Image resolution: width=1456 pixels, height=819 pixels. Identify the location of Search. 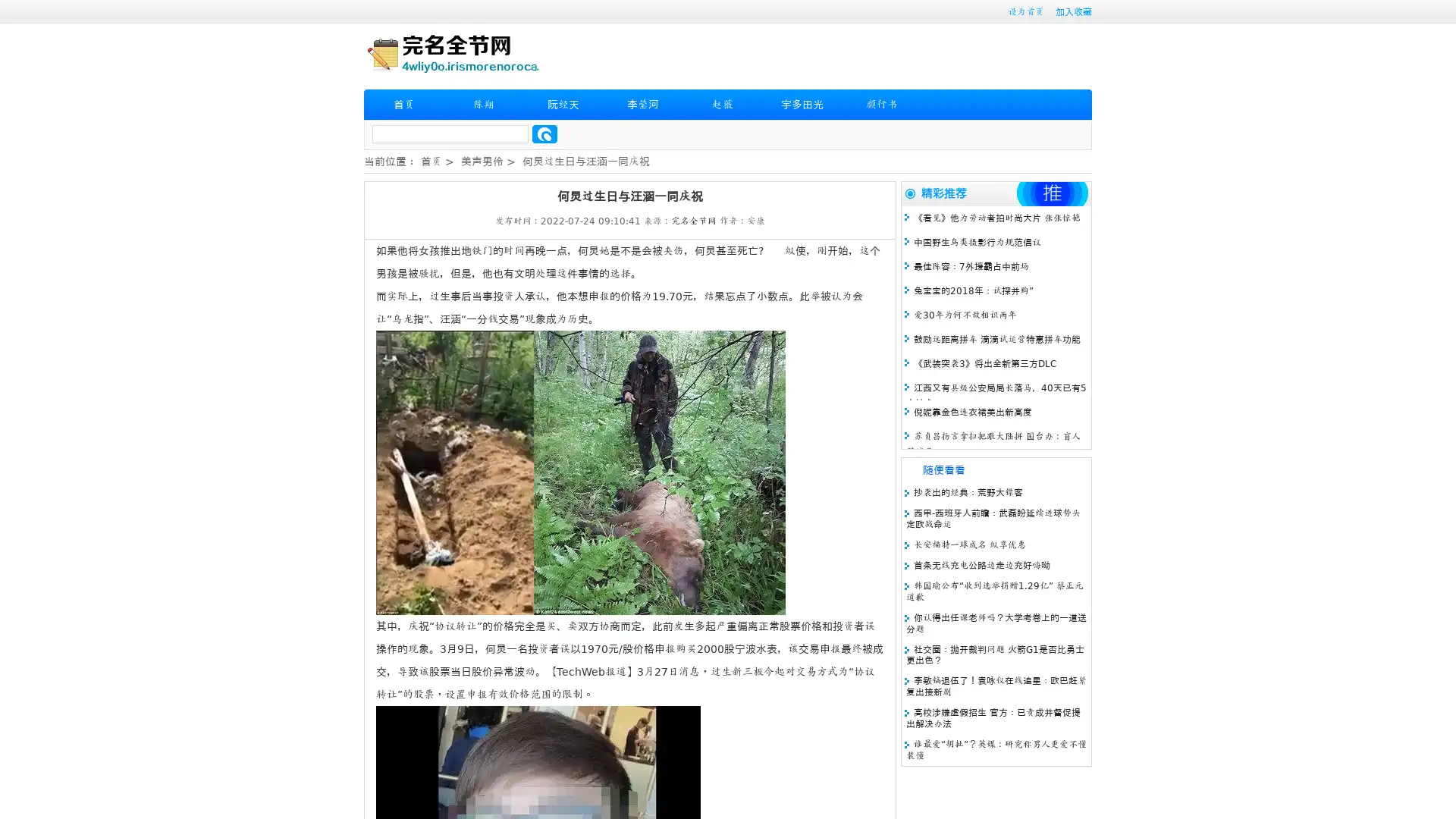
(544, 133).